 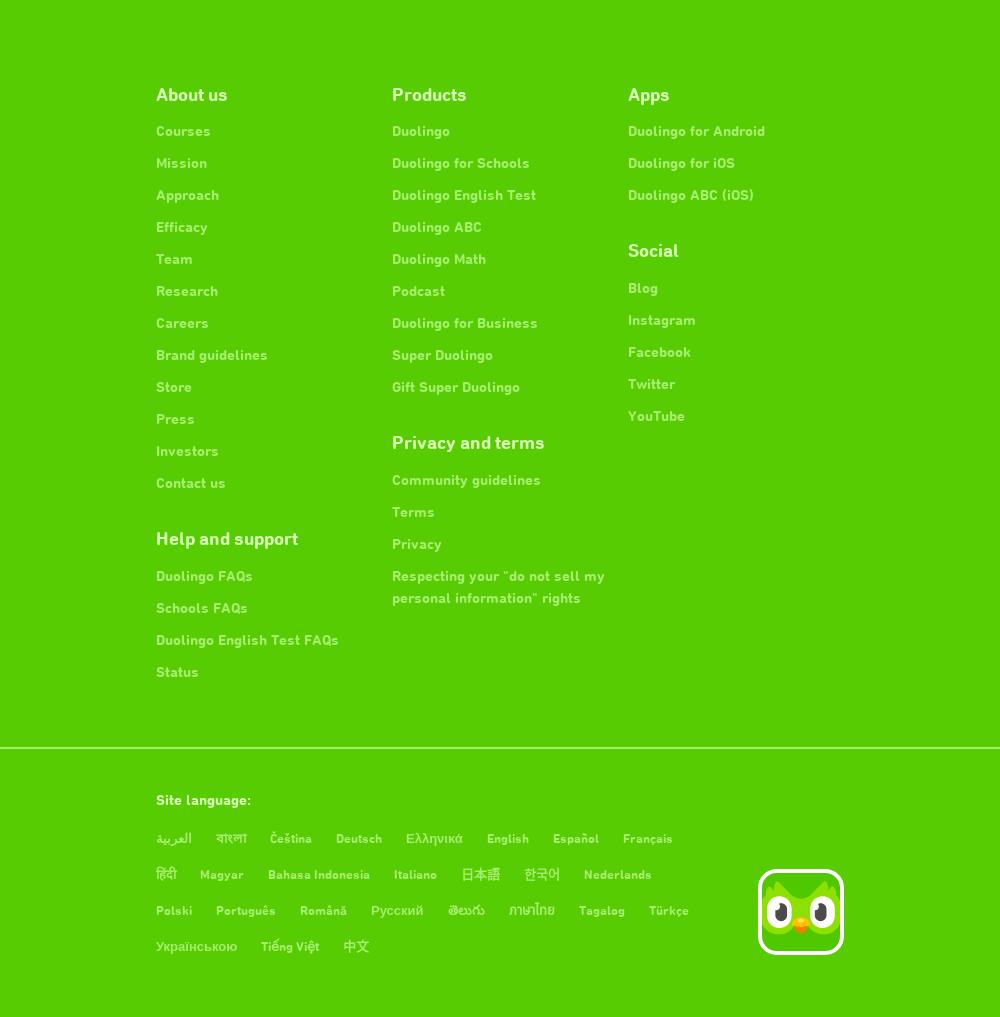 What do you see at coordinates (245, 909) in the screenshot?
I see `'Português'` at bounding box center [245, 909].